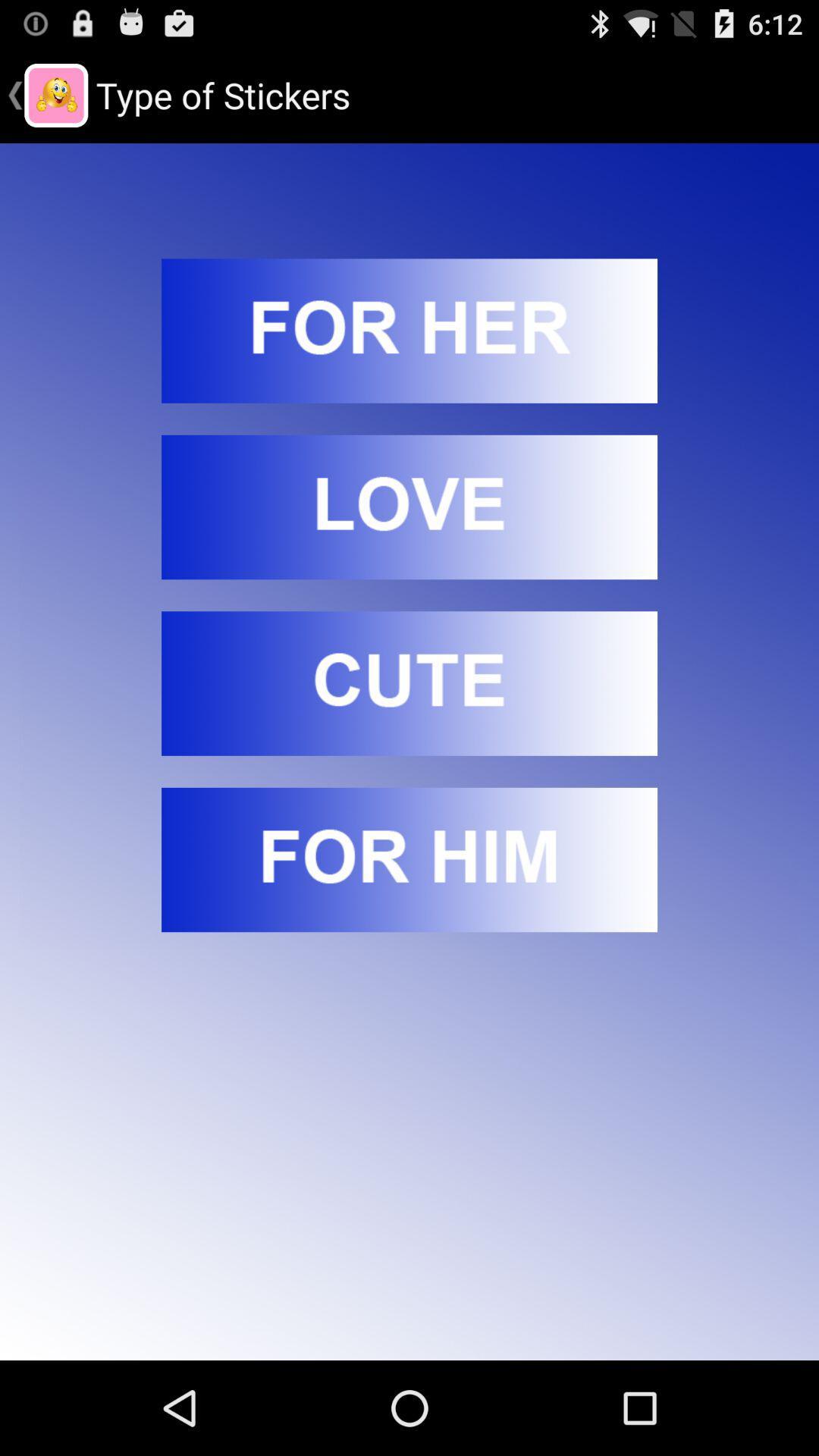  Describe the element at coordinates (409, 682) in the screenshot. I see `cute sticker` at that location.